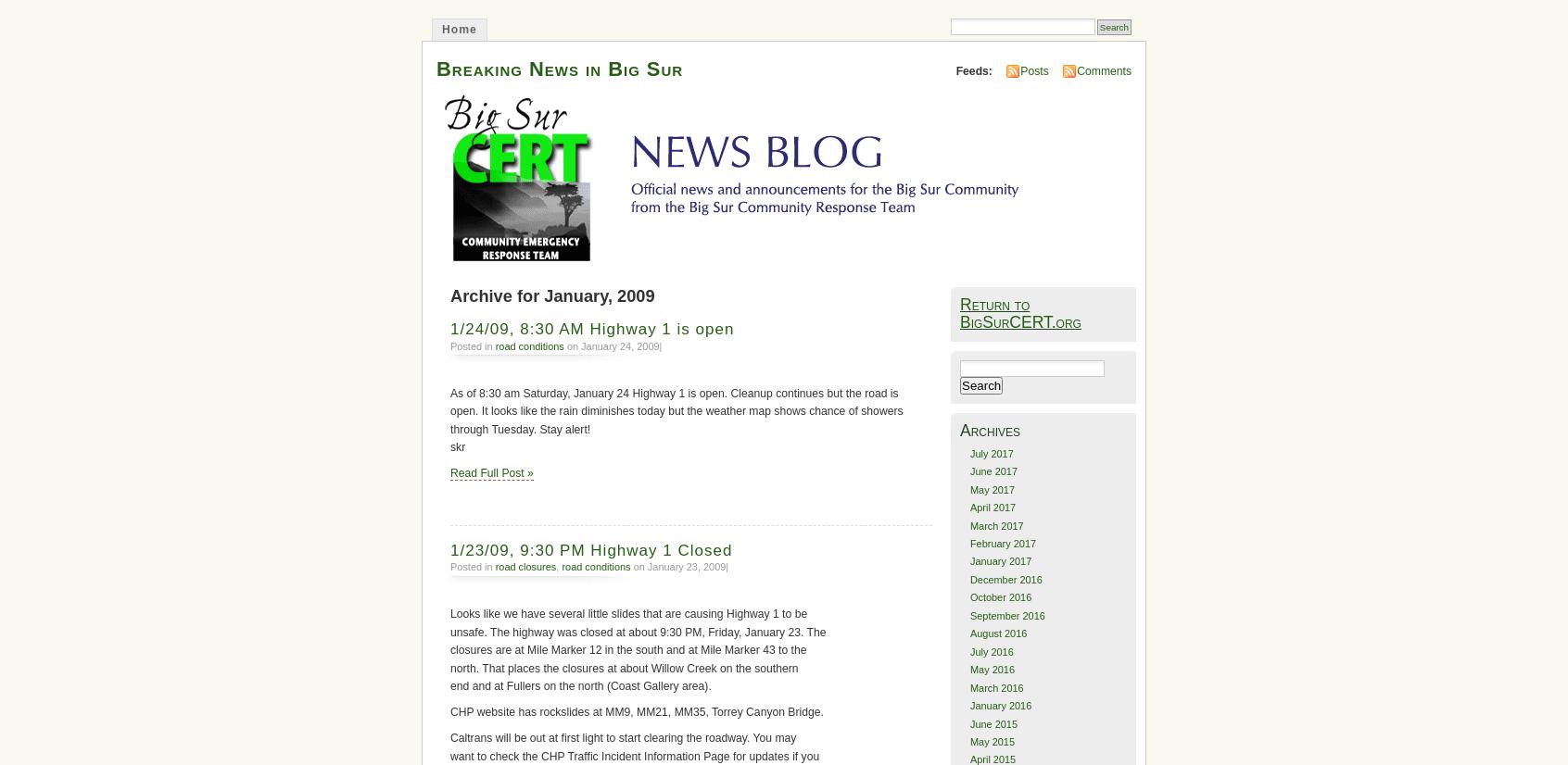  Describe the element at coordinates (627, 649) in the screenshot. I see `'closures are at Mile Marker 12 in the south and at Mile Marker 43 to the'` at that location.